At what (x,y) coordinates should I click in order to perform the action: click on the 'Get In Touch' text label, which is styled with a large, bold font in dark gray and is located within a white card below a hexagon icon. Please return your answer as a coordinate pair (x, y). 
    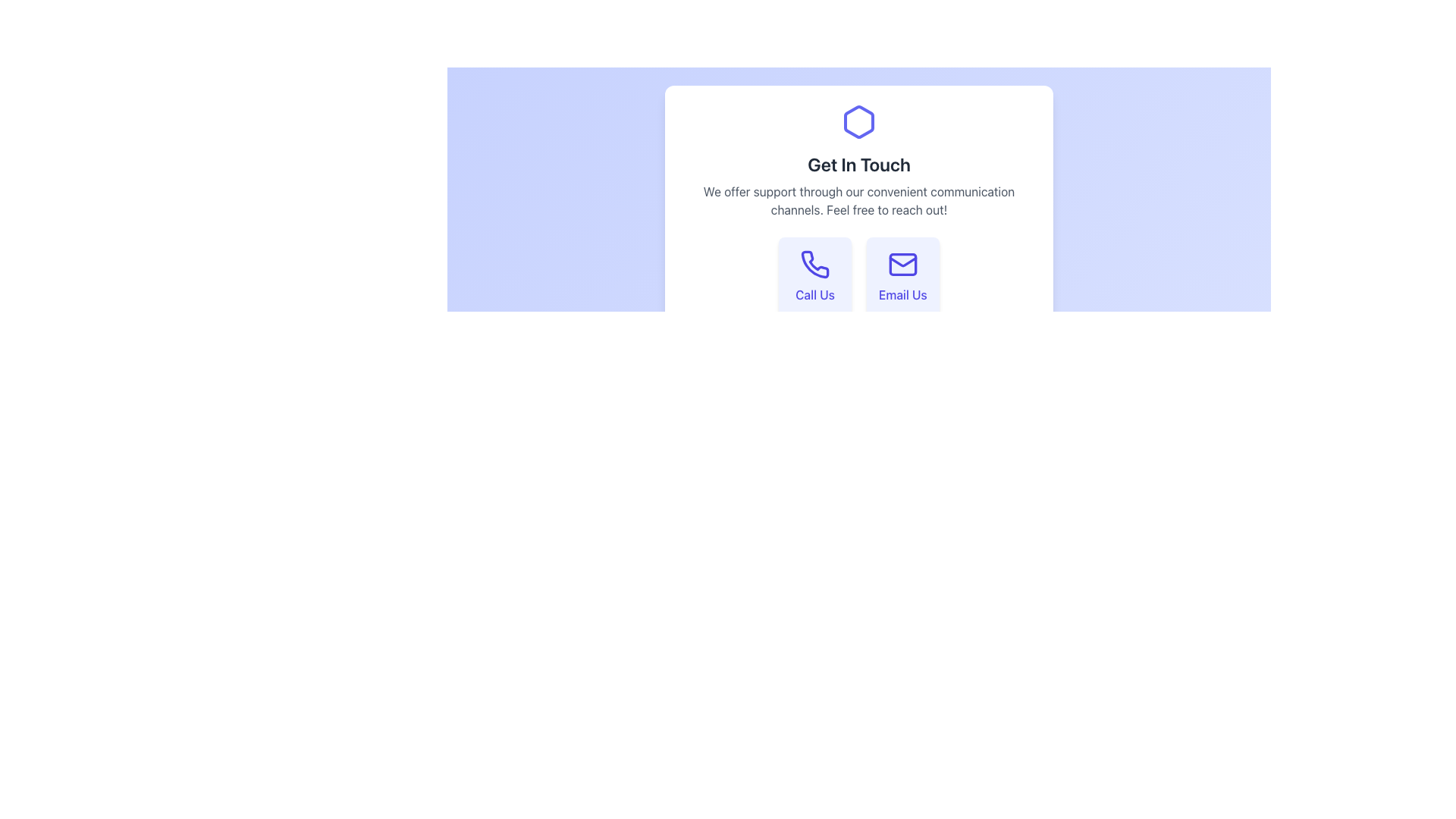
    Looking at the image, I should click on (858, 164).